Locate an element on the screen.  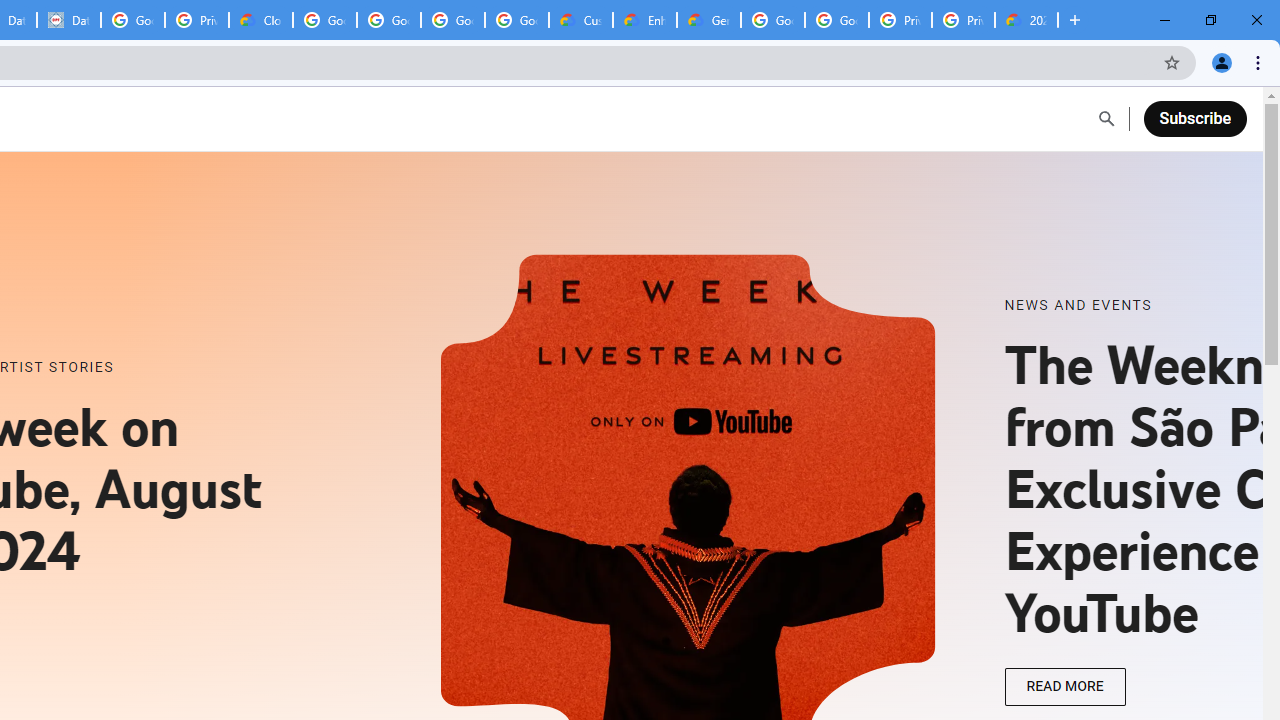
'Google Cloud Platform' is located at coordinates (837, 20).